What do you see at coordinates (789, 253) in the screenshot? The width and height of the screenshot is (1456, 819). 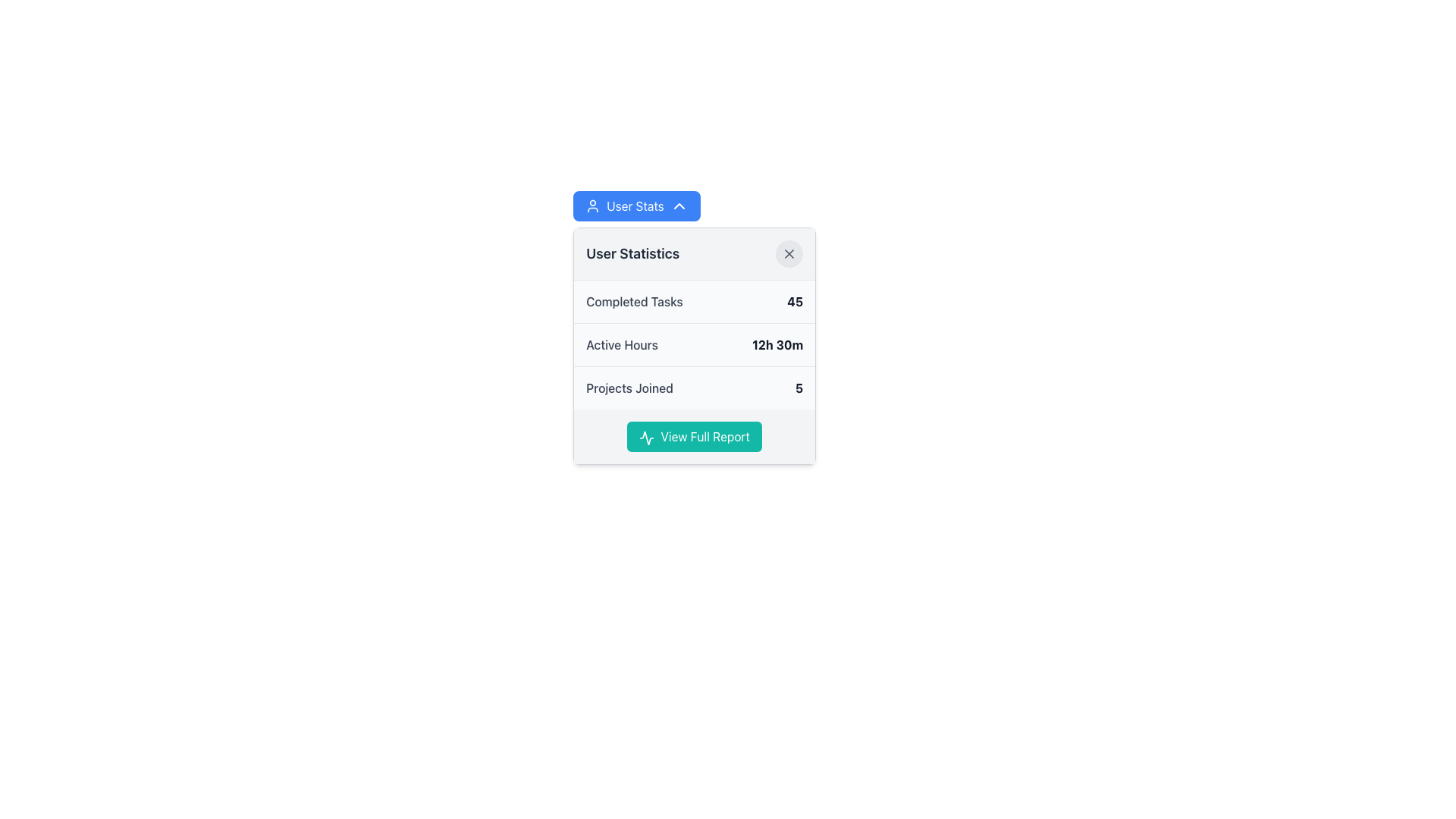 I see `the visual state of the close button icon, represented as an 'X' in gray color, located in the top-right corner of the 'User Statistics' panel within a circular light gray background` at bounding box center [789, 253].